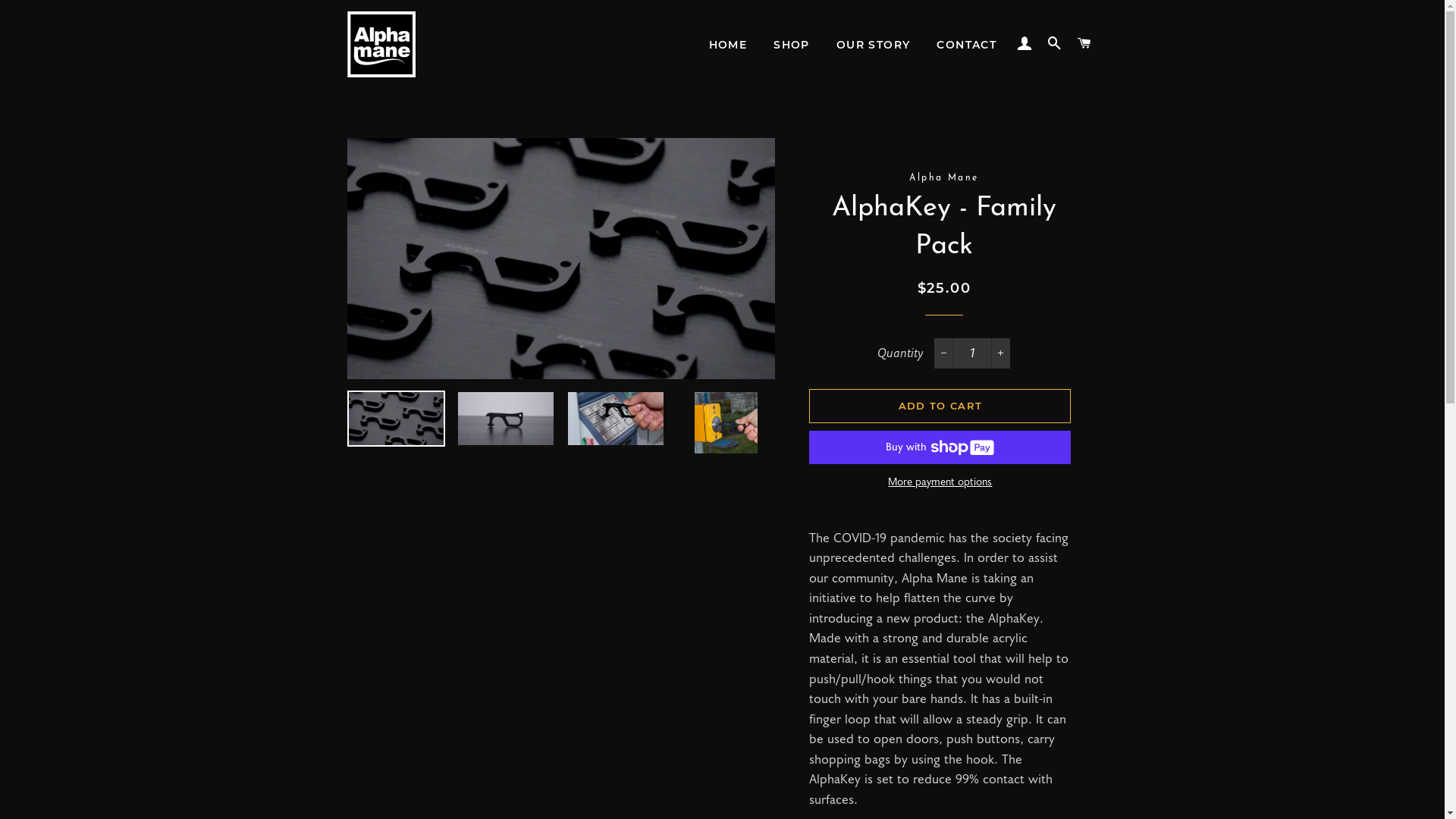 This screenshot has width=1456, height=819. Describe the element at coordinates (874, 45) in the screenshot. I see `'OUR STORY'` at that location.